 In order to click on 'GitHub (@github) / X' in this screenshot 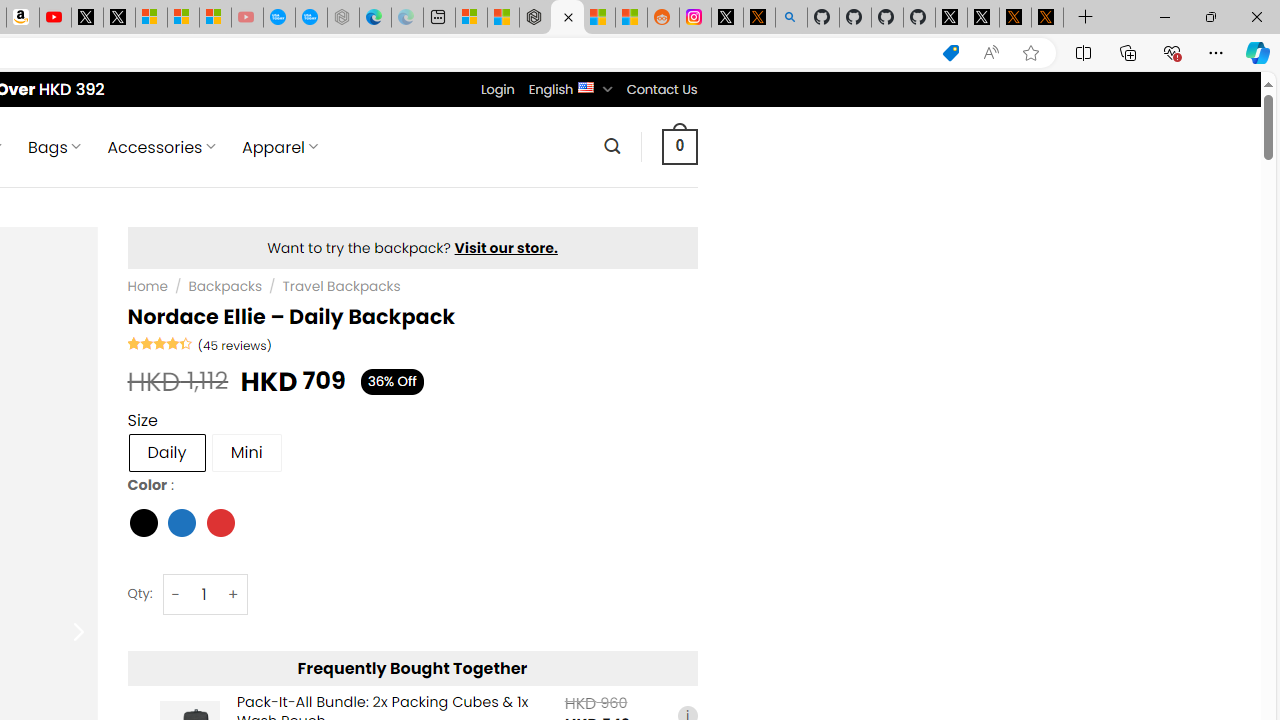, I will do `click(983, 17)`.